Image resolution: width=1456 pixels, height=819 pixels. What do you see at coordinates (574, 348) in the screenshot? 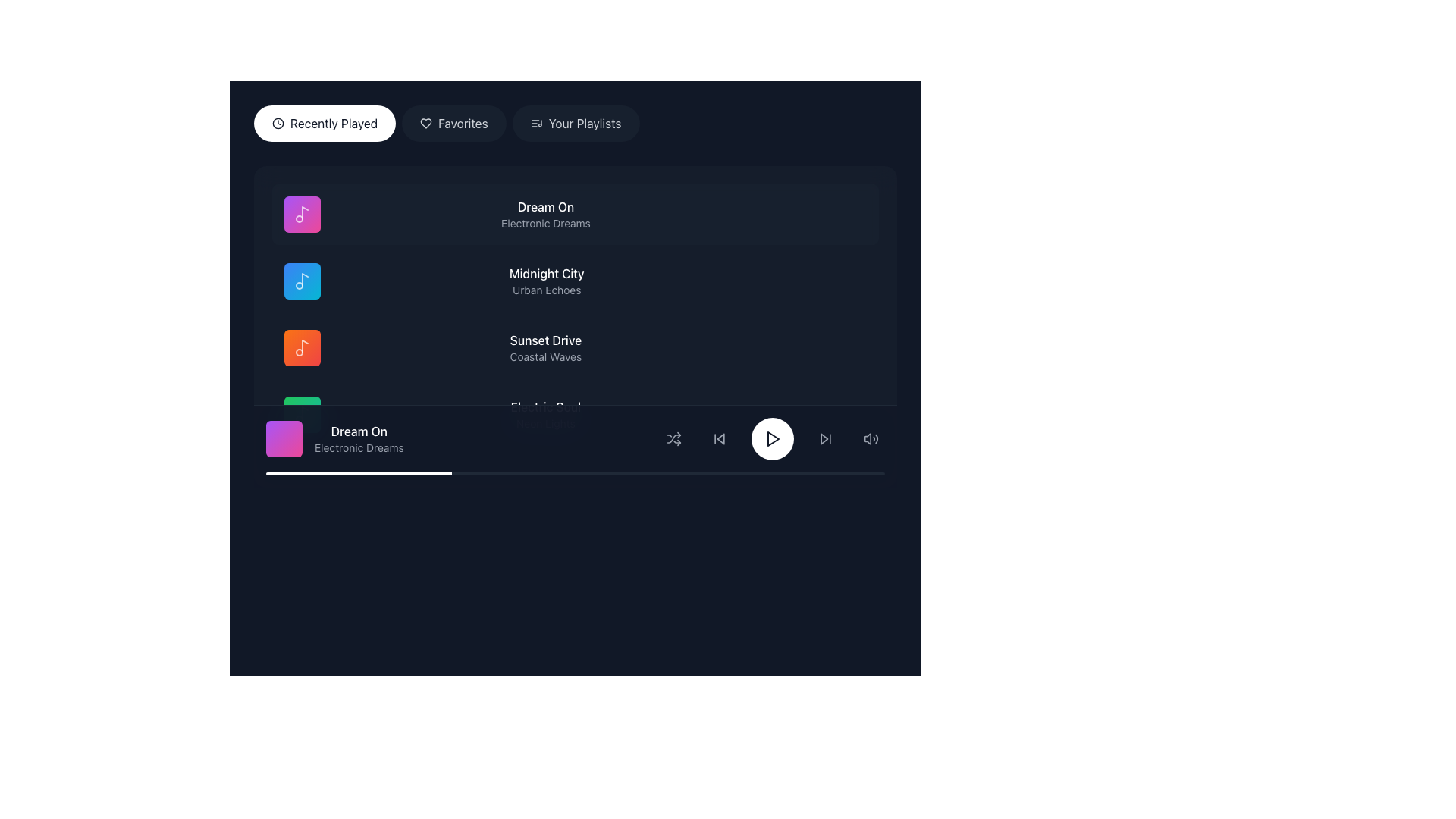
I see `the interactive list item button representing the music track 'Sunset Drive' associated with 'Coastal Waves'` at bounding box center [574, 348].